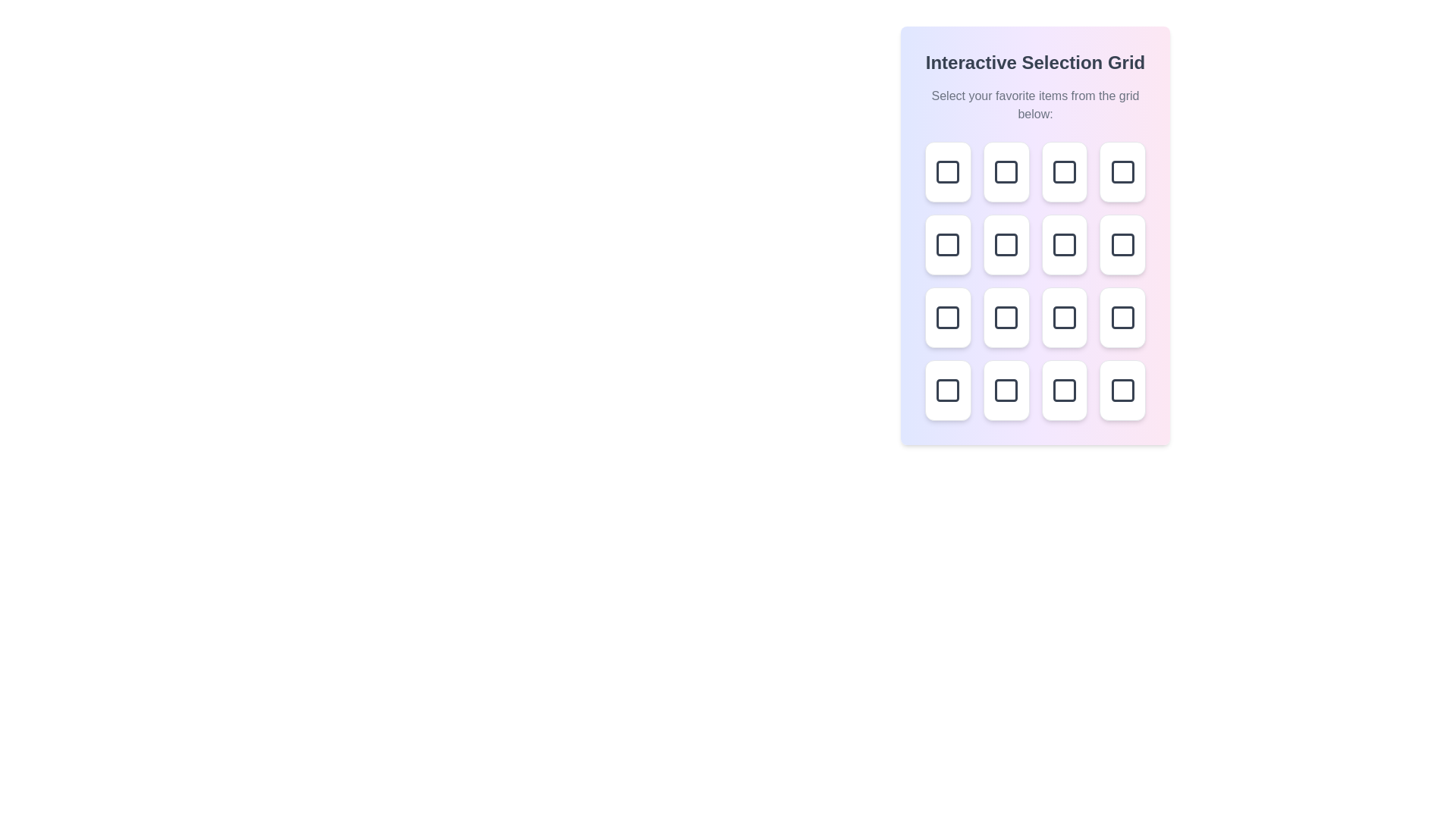 This screenshot has height=819, width=1456. What do you see at coordinates (1063, 390) in the screenshot?
I see `the tile-like button with a white background and rounded corners located in the last row, third column of the grid` at bounding box center [1063, 390].